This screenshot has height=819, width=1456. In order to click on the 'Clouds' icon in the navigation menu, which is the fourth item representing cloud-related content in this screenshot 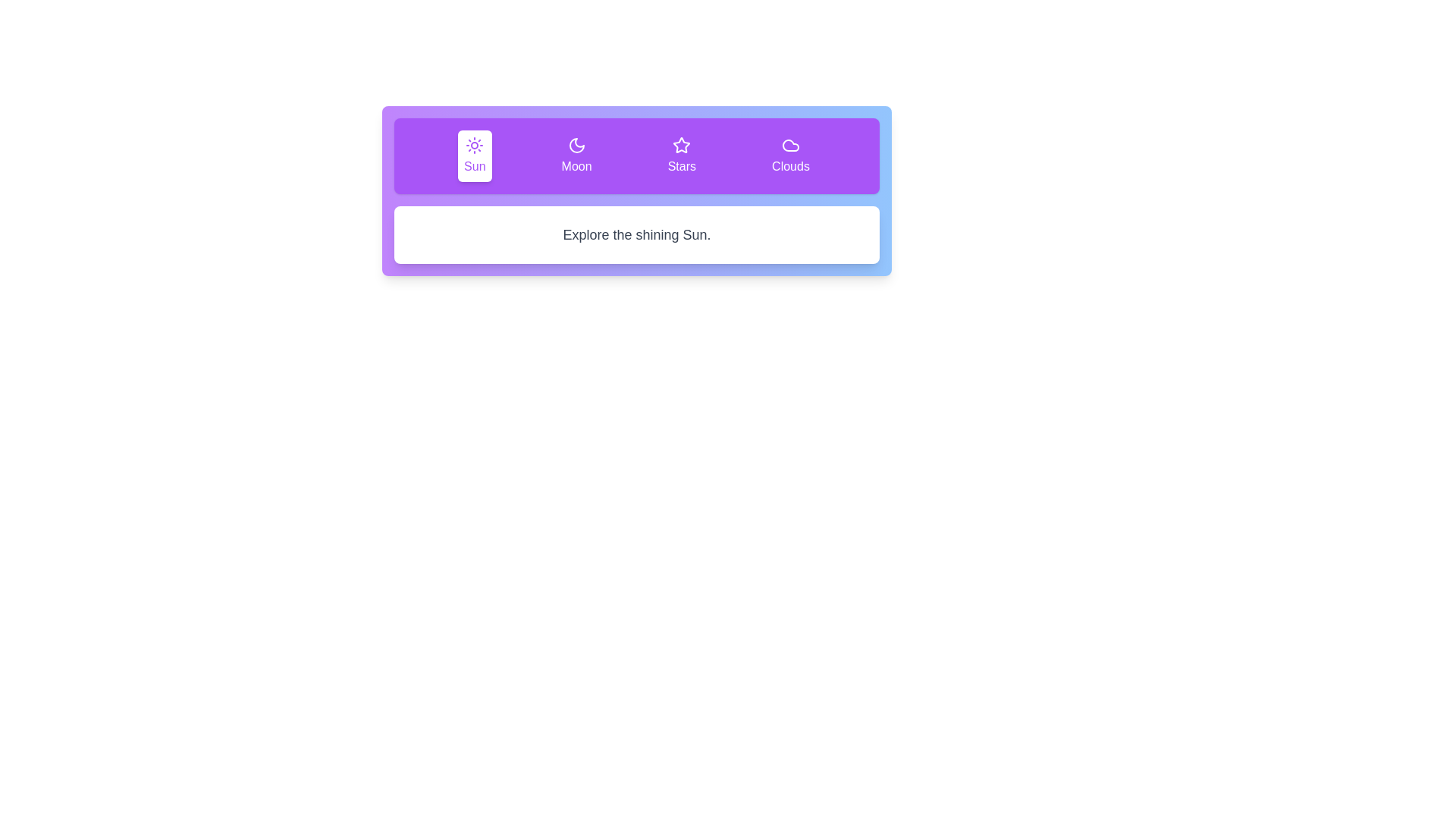, I will do `click(789, 146)`.